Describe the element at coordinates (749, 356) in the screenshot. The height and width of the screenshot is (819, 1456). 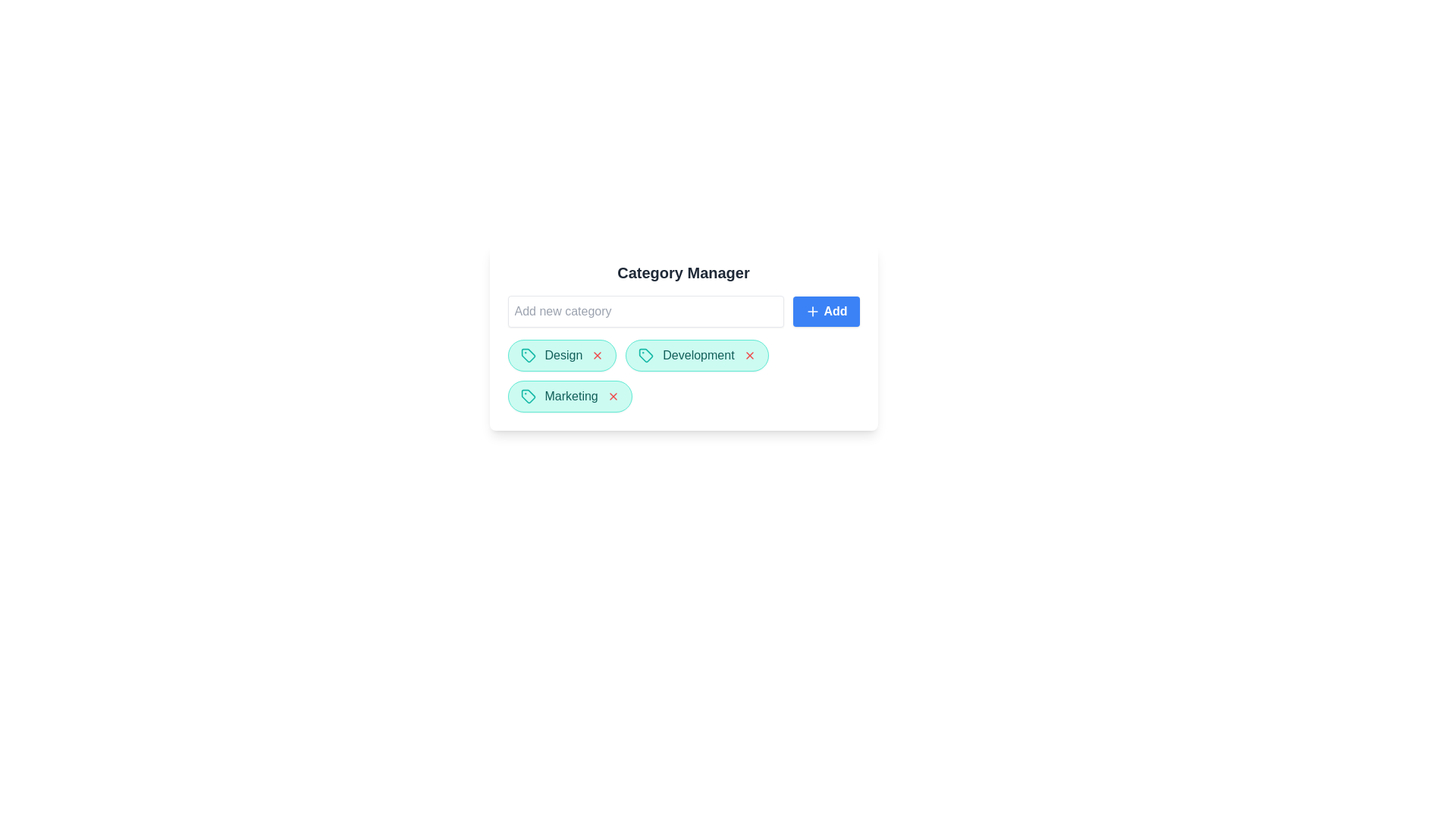
I see `'X' button on the category chip labeled 'Development'` at that location.